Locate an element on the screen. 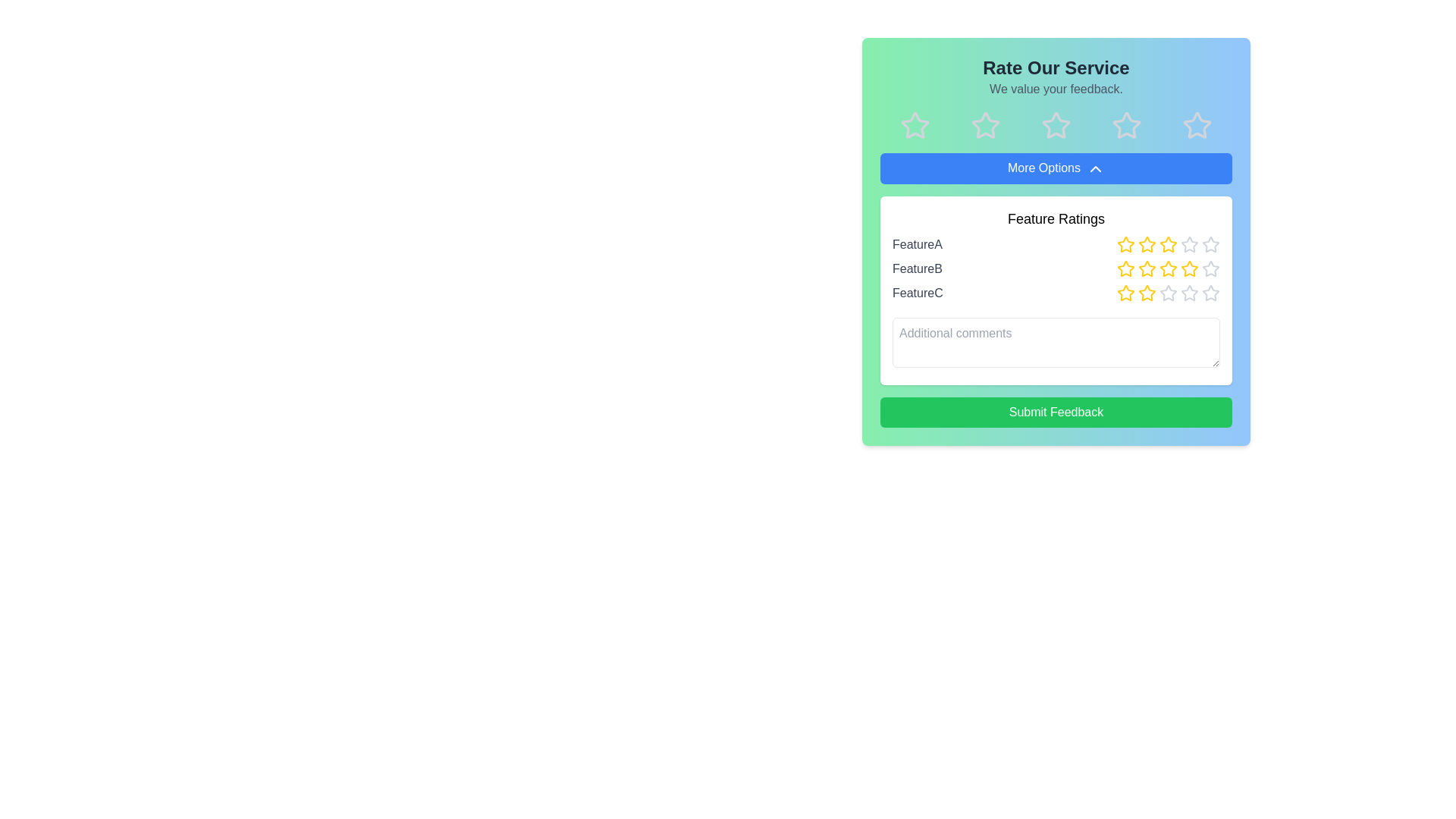 Image resolution: width=1456 pixels, height=819 pixels. the star icon in the Rating element located under the text 'We value your feedback' is located at coordinates (1055, 124).